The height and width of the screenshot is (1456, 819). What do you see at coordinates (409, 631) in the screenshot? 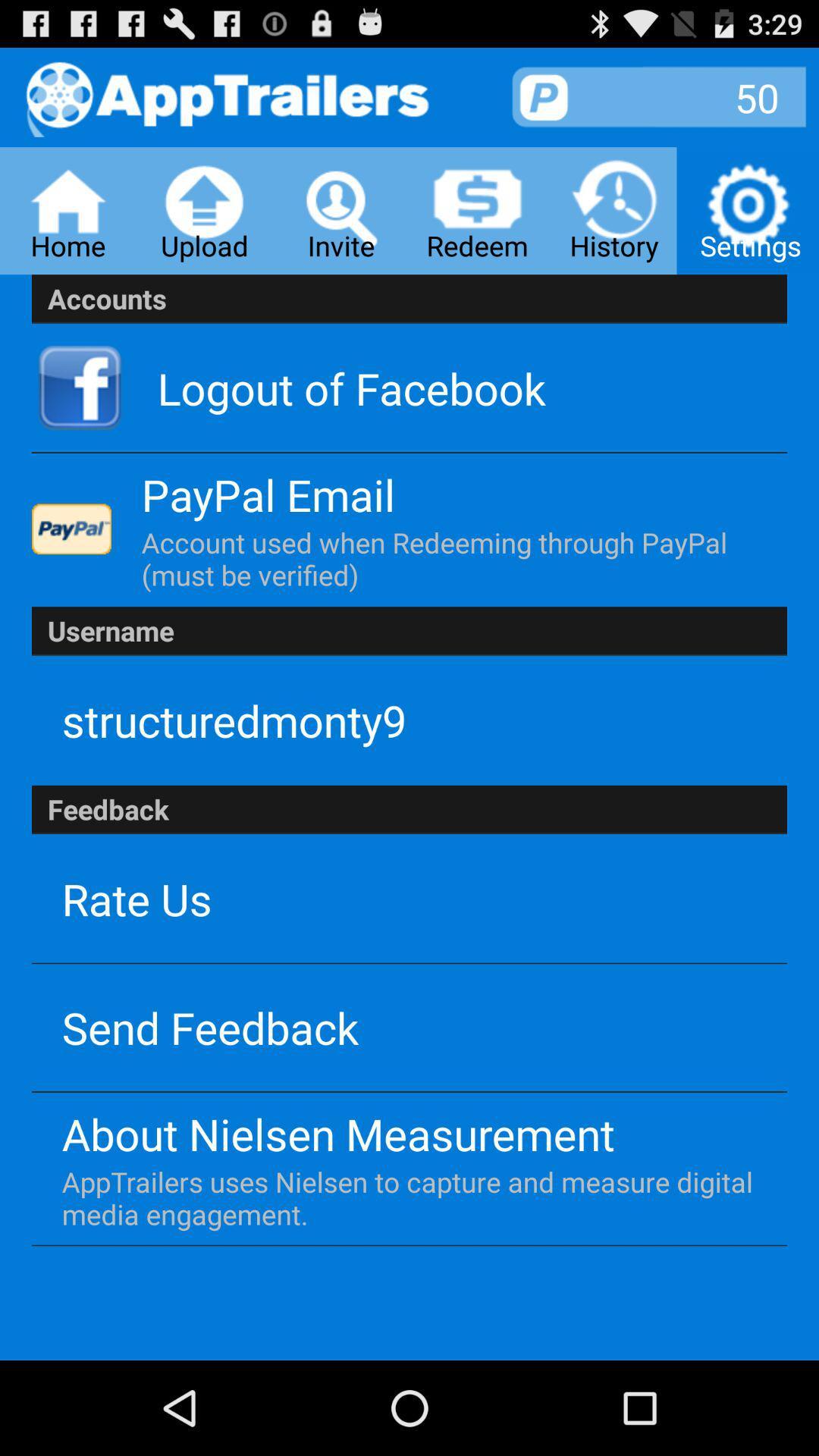
I see `username app` at bounding box center [409, 631].